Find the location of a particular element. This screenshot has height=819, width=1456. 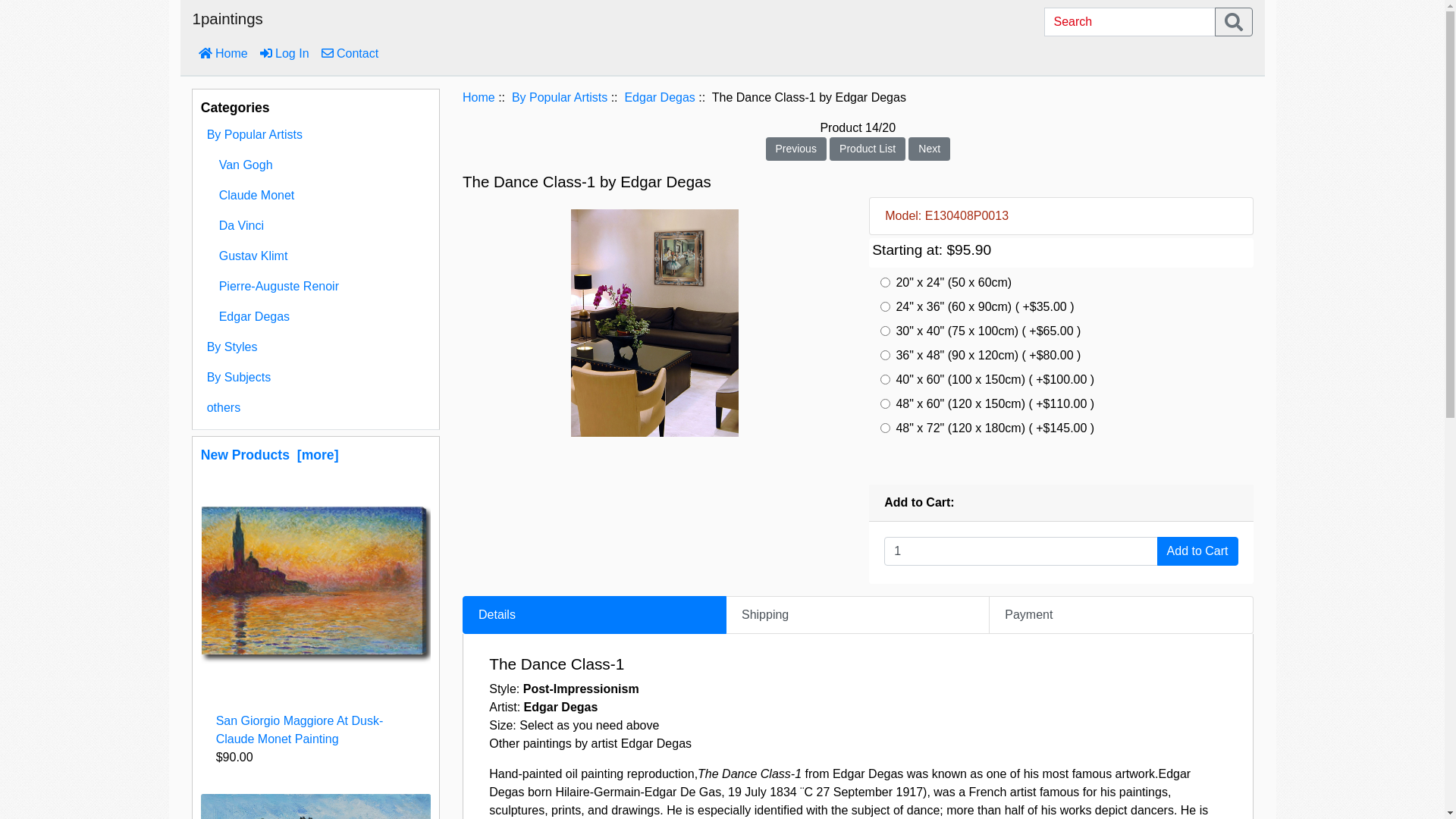

'Payment' is located at coordinates (1121, 614).